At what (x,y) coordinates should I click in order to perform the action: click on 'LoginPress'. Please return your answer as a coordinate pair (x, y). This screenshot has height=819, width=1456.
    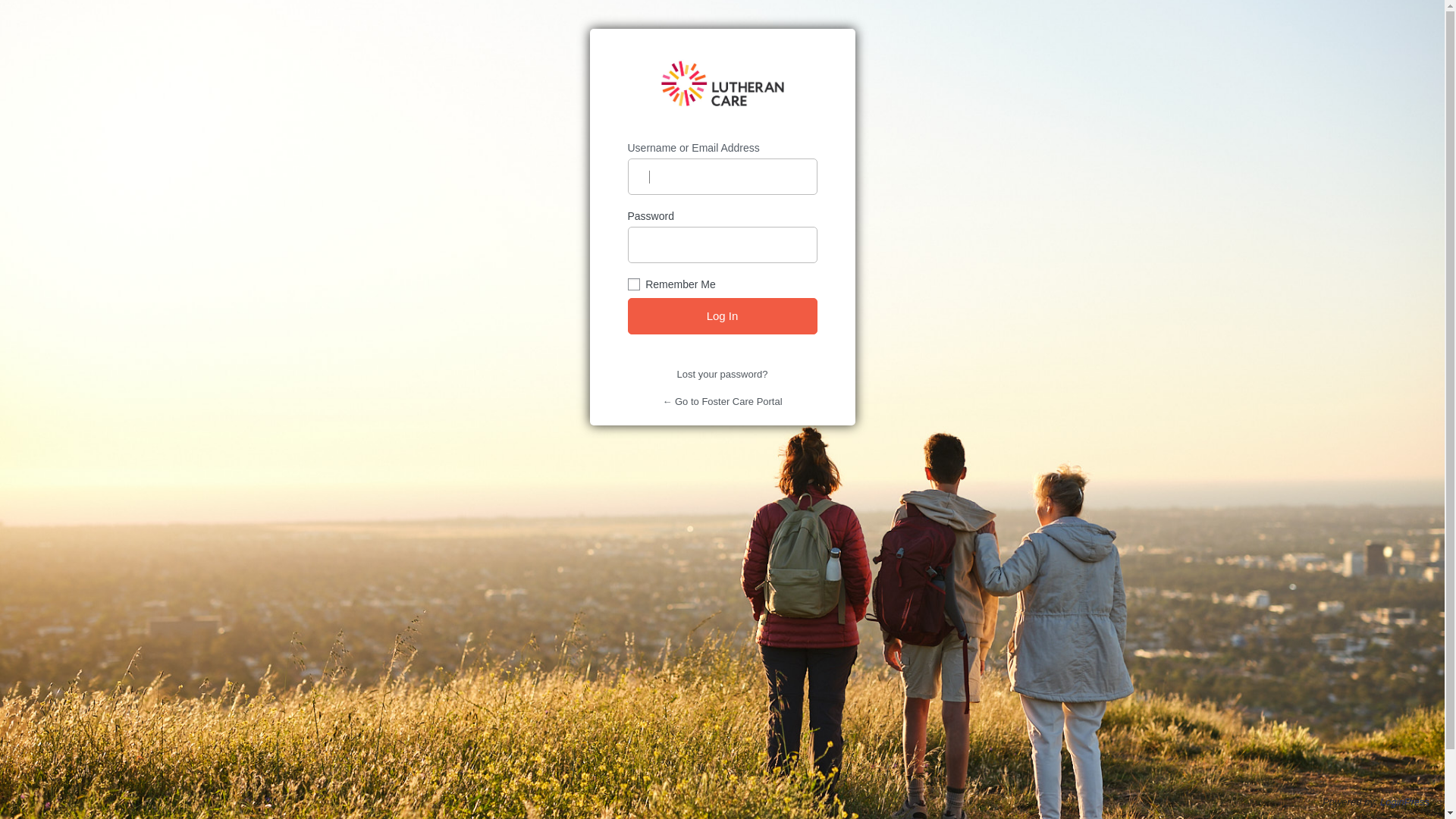
    Looking at the image, I should click on (1404, 801).